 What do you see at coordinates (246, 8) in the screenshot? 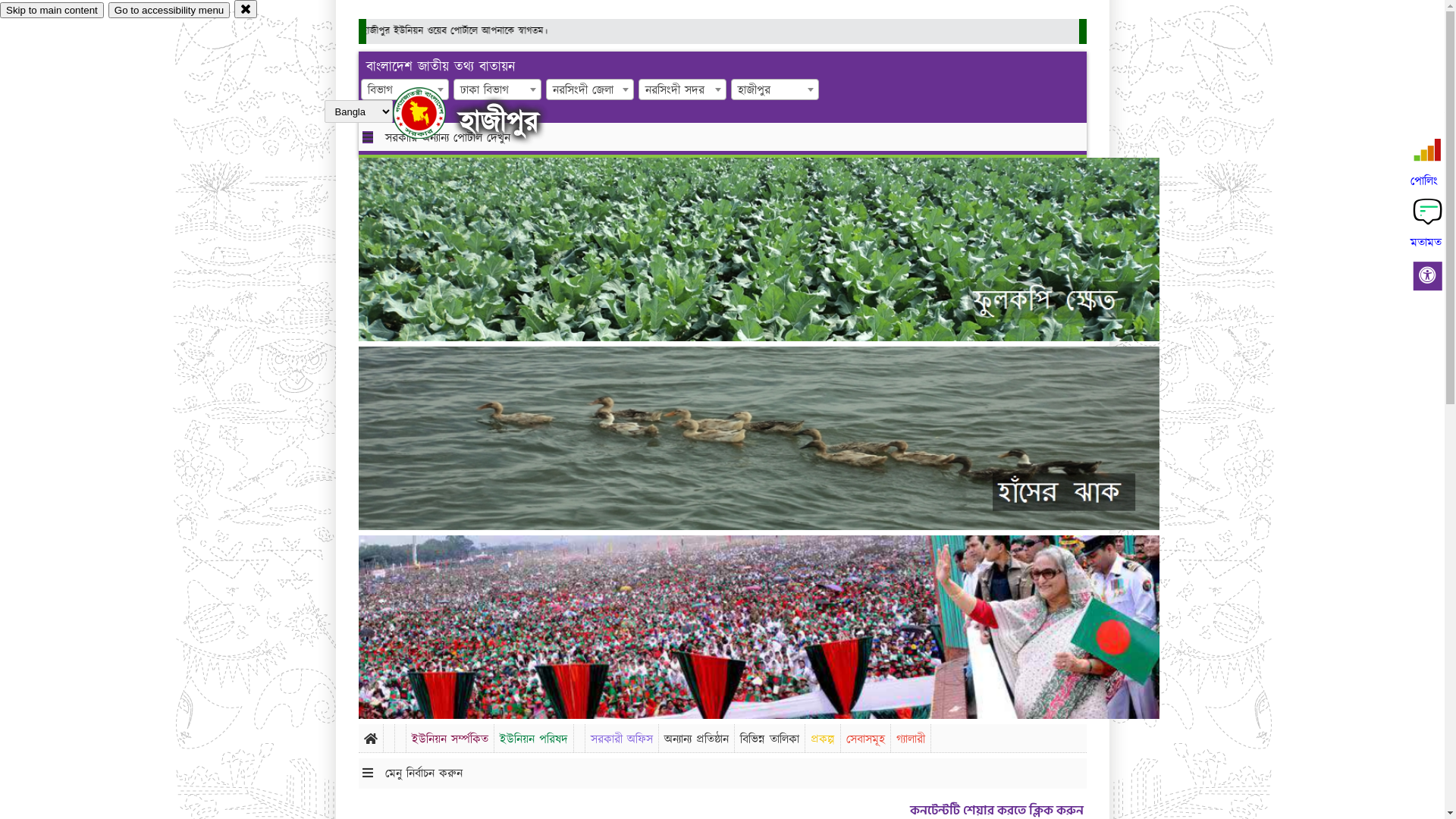
I see `'close'` at bounding box center [246, 8].